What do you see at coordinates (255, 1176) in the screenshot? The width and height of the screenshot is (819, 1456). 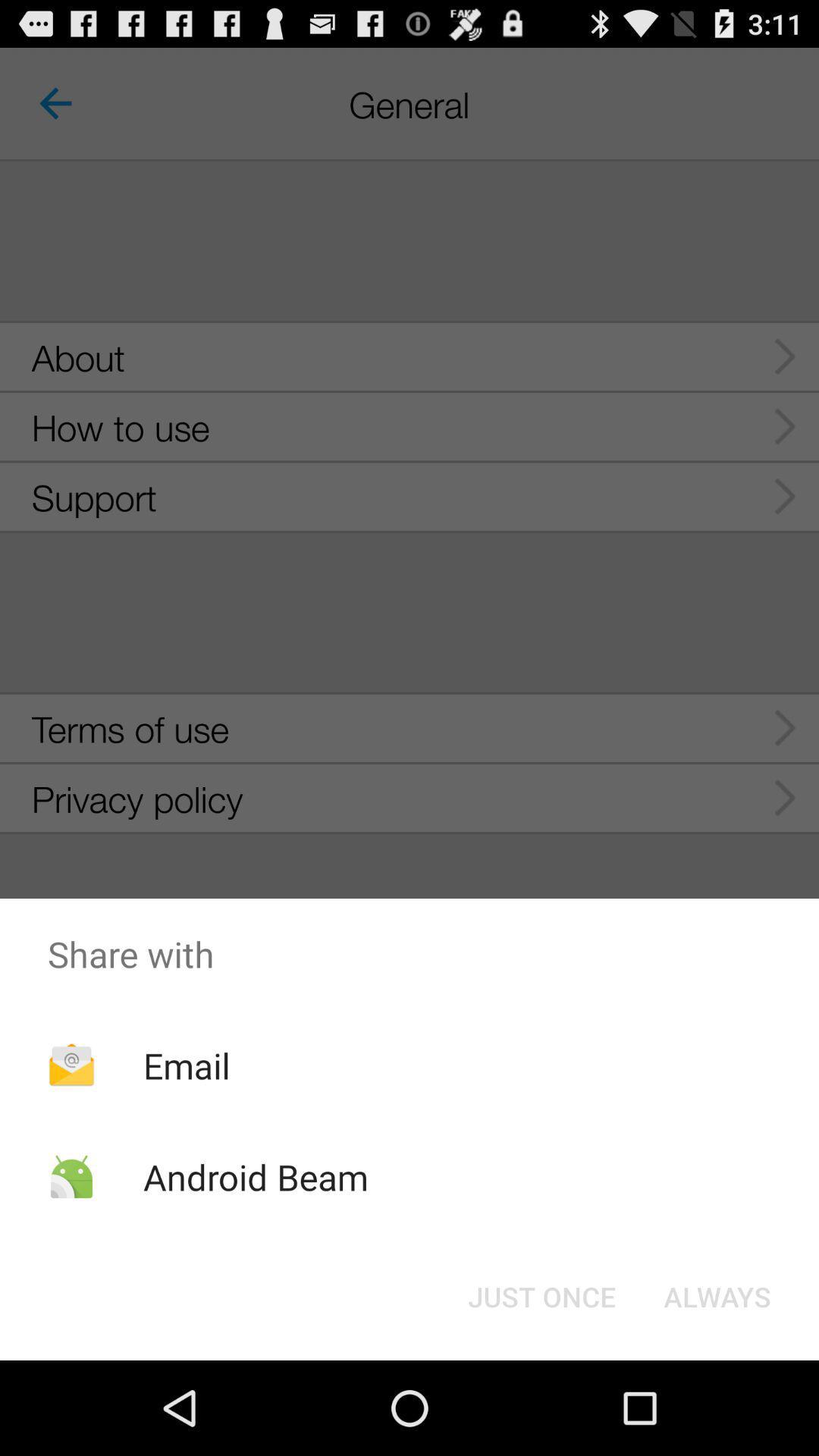 I see `android beam app` at bounding box center [255, 1176].